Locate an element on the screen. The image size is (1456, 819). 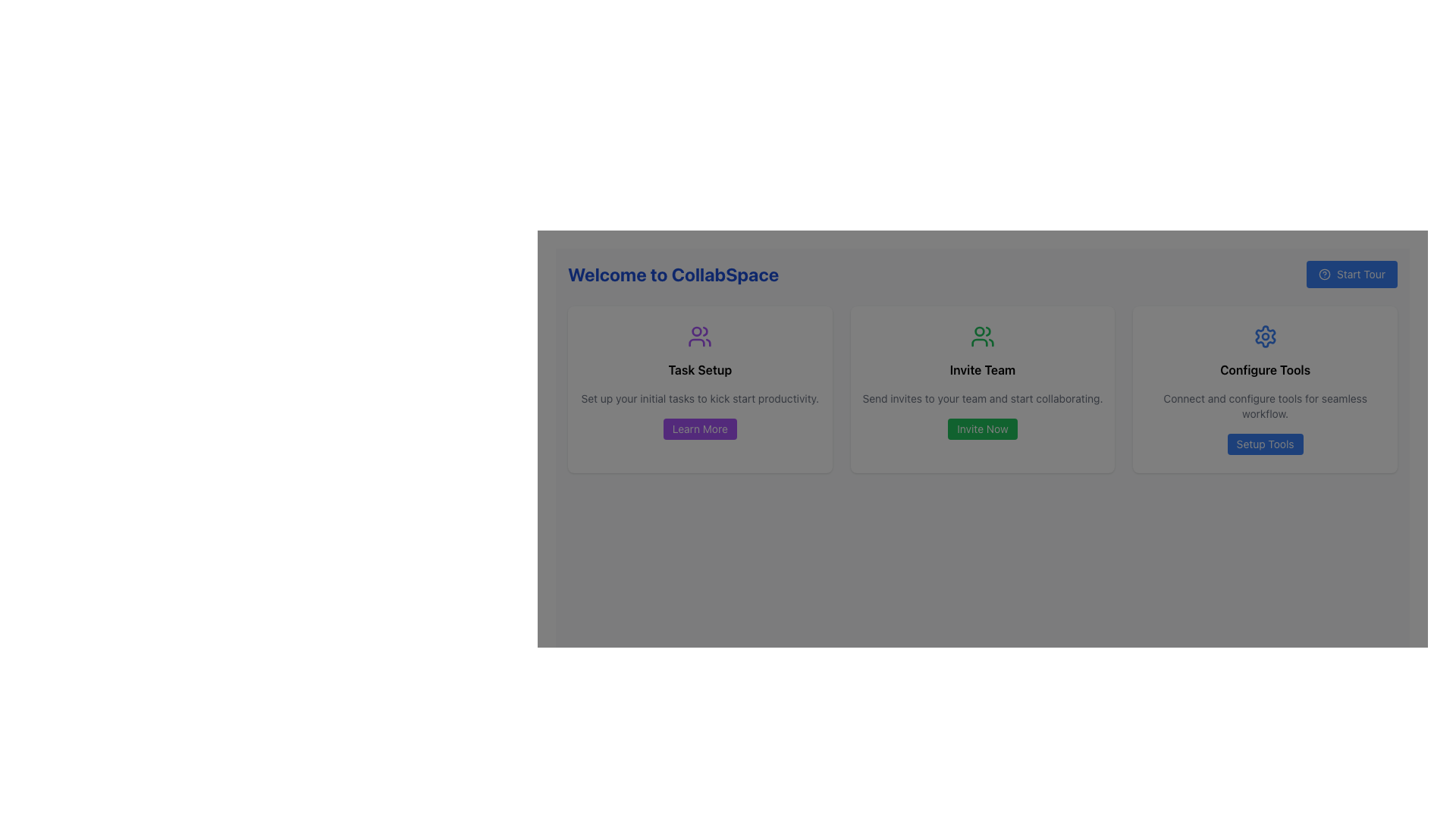
the 'Invite Team' button located at the bottom of the middle card in a three-card layout is located at coordinates (982, 429).